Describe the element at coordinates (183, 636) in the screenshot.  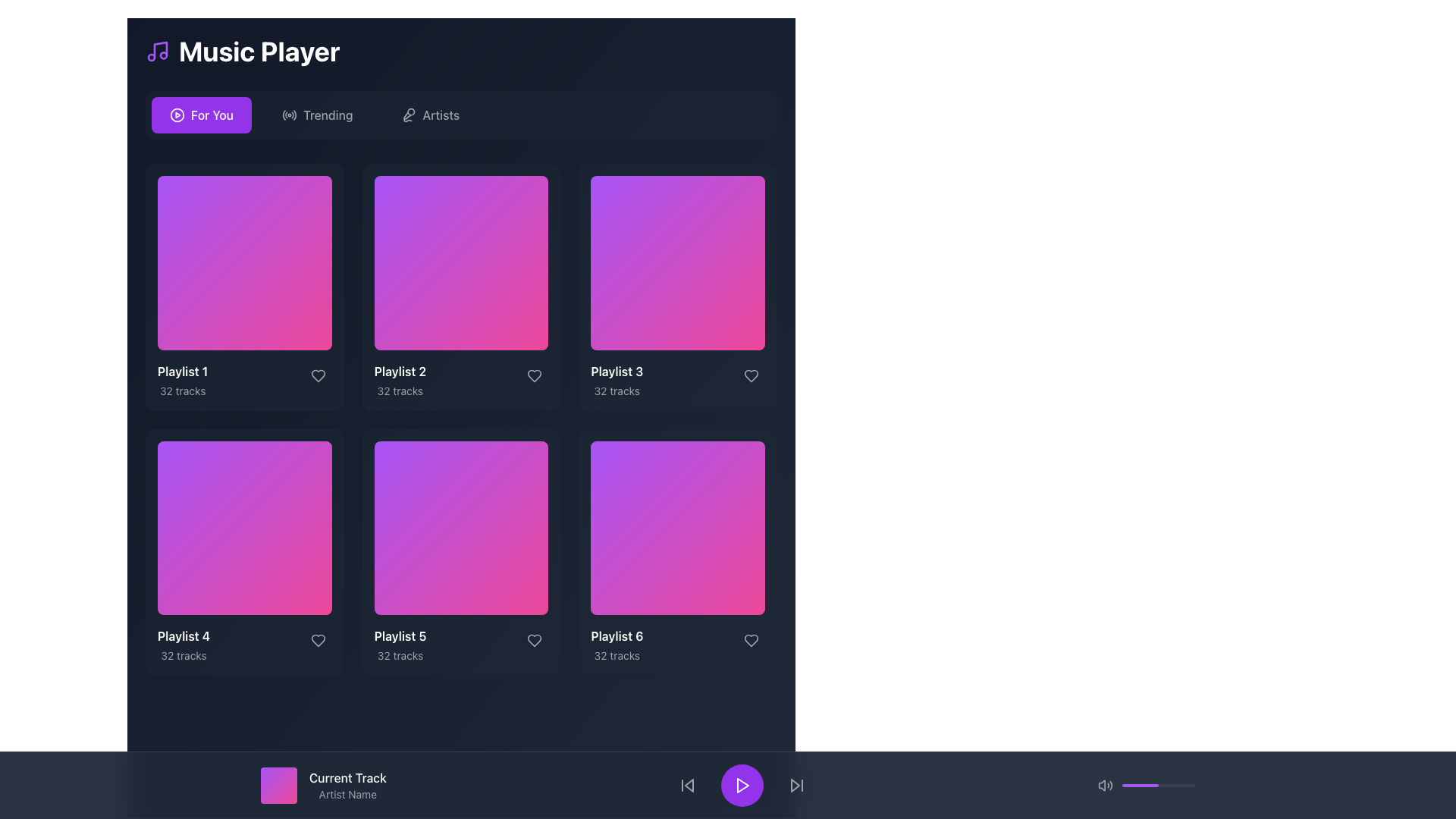
I see `the text label displaying 'Playlist 4', which is located at the bottom-left section of the fourth playlist card in a 2-by-3 grid layout` at that location.